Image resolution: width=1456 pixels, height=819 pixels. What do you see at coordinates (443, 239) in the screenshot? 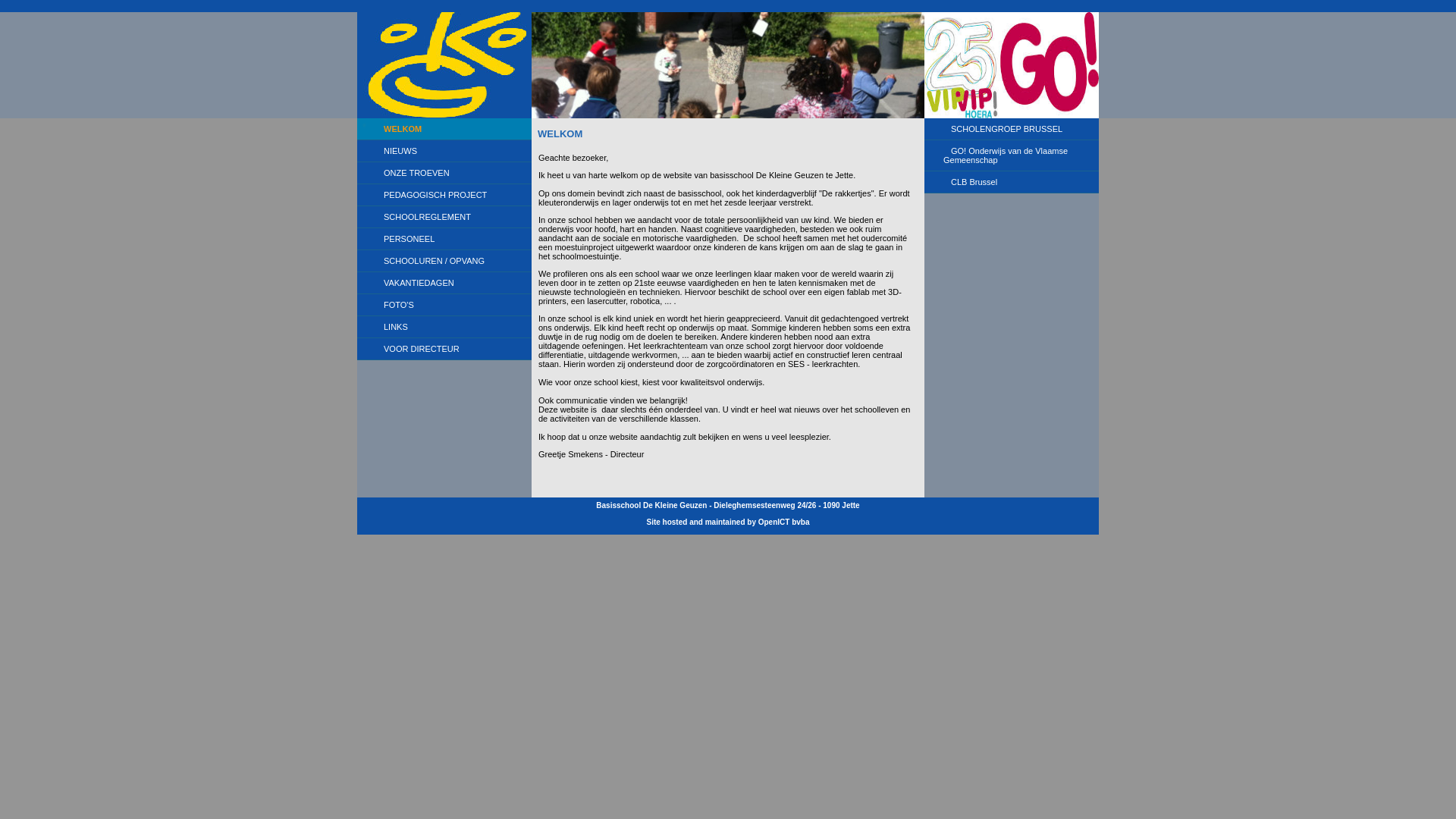
I see `'PERSONEEL'` at bounding box center [443, 239].